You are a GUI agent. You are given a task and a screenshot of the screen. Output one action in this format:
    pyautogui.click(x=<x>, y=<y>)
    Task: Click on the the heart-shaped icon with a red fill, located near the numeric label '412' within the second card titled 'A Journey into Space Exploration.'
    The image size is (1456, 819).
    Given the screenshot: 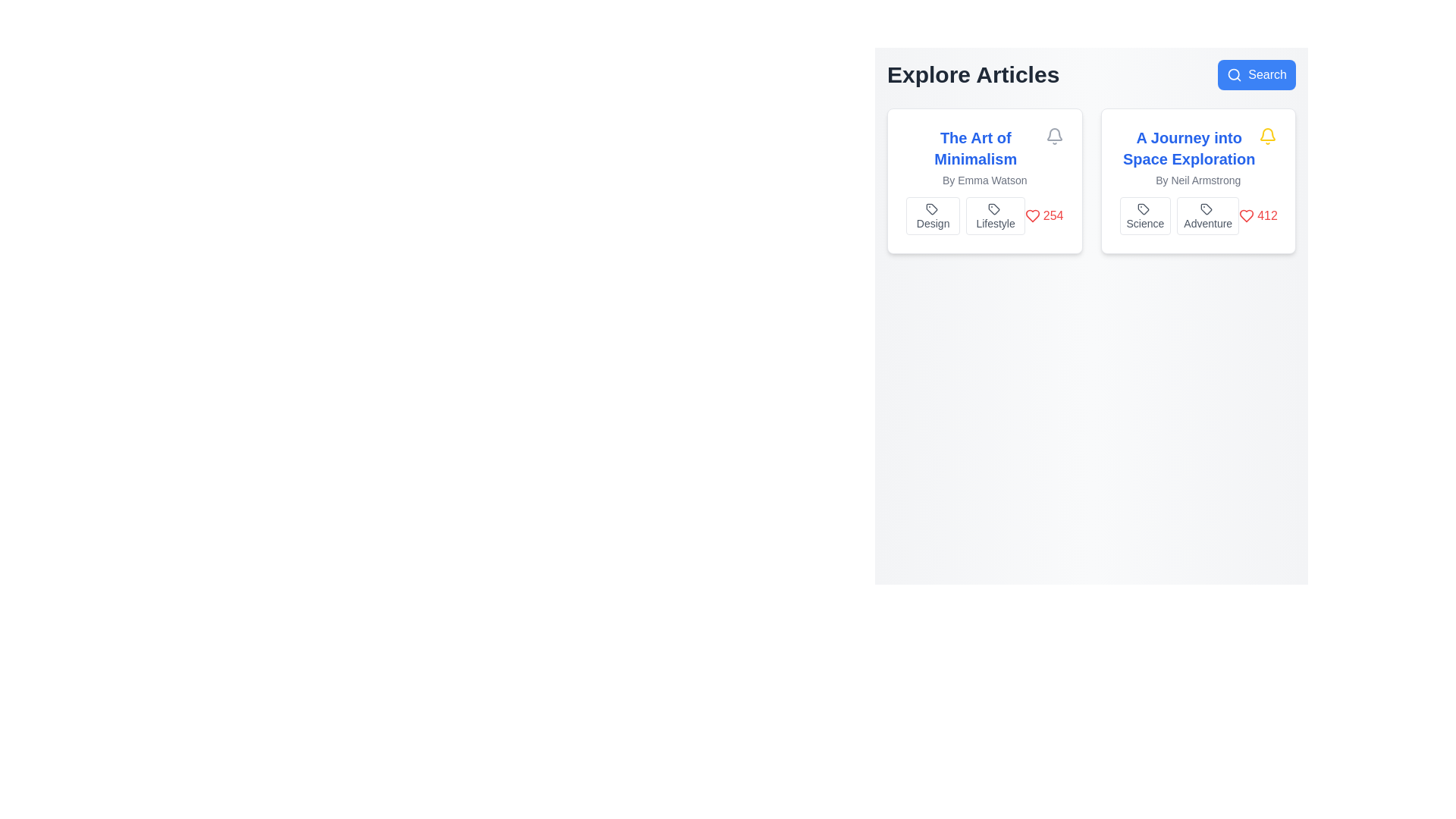 What is the action you would take?
    pyautogui.click(x=1247, y=216)
    